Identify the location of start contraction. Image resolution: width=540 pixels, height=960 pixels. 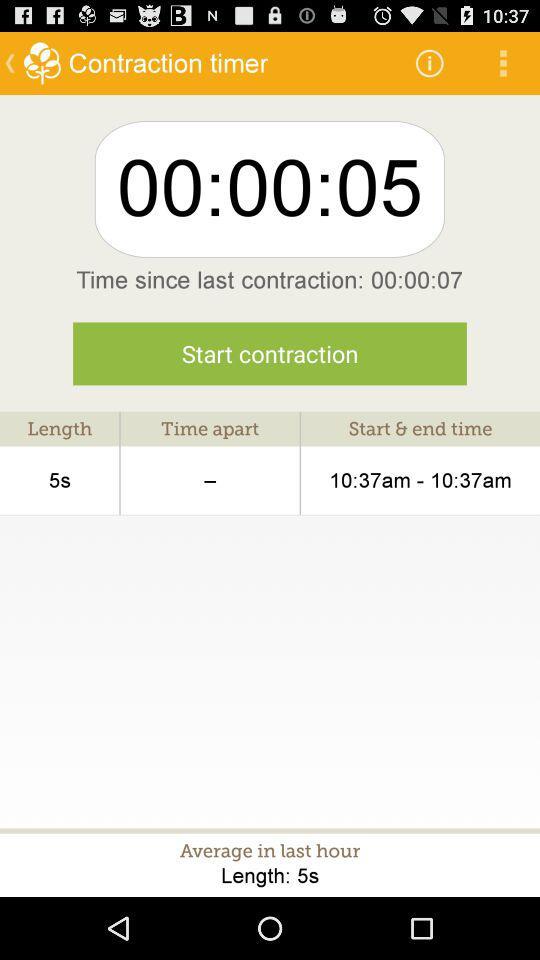
(270, 353).